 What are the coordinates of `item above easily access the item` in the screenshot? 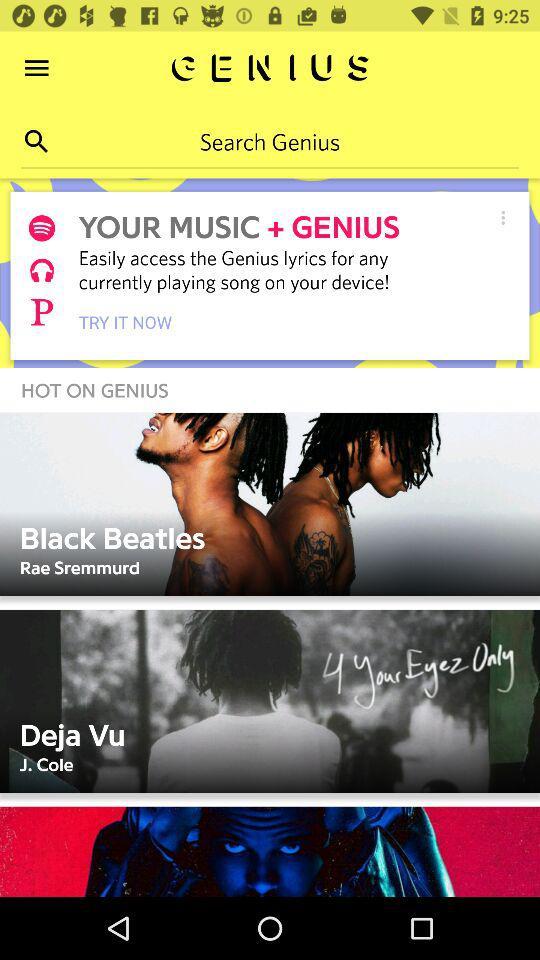 It's located at (502, 217).